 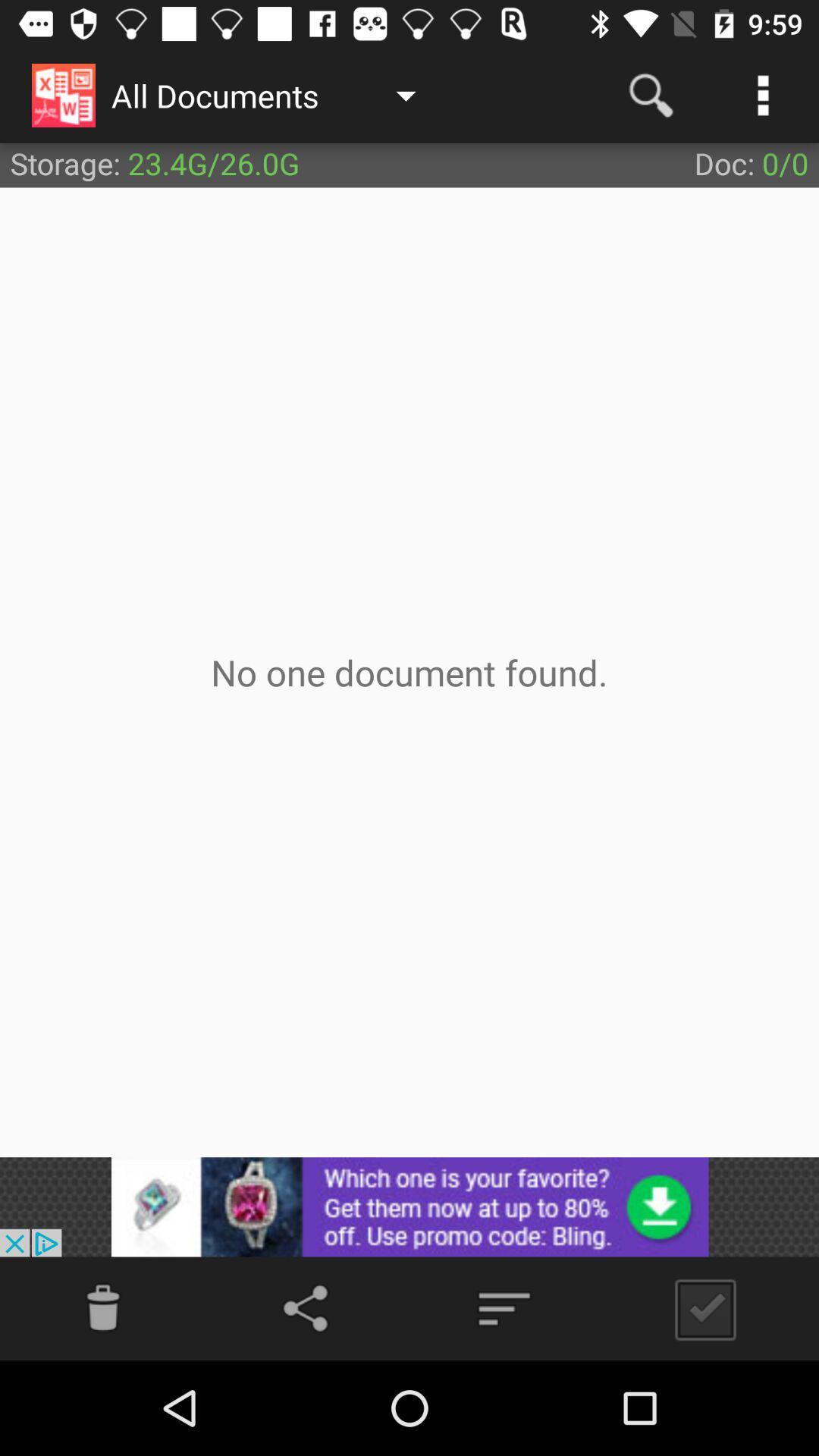 I want to click on delete, so click(x=102, y=1307).